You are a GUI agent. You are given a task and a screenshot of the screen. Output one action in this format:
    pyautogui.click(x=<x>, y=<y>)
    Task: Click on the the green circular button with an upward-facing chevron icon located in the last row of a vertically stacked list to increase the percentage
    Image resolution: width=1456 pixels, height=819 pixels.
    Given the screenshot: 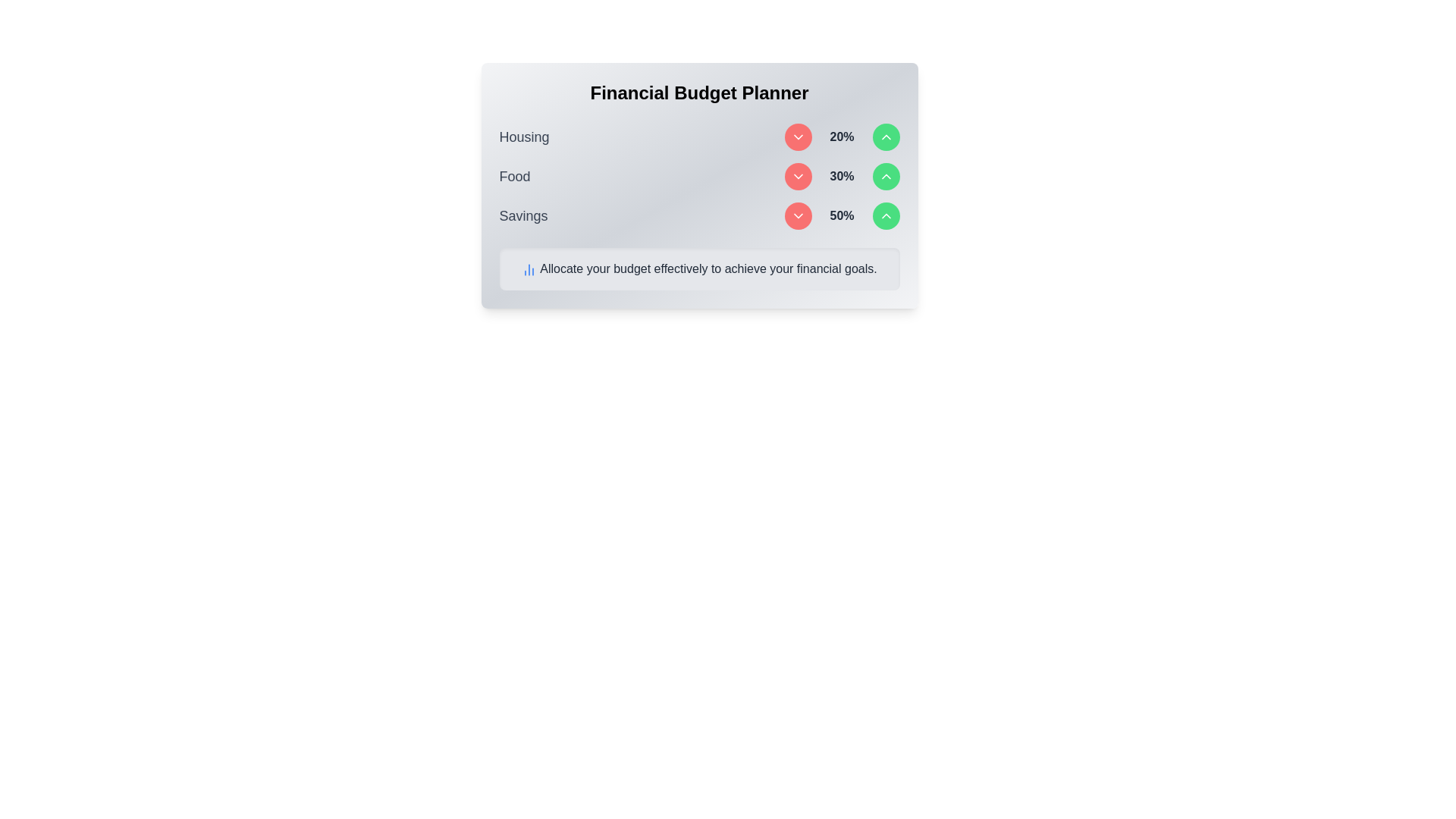 What is the action you would take?
    pyautogui.click(x=886, y=216)
    